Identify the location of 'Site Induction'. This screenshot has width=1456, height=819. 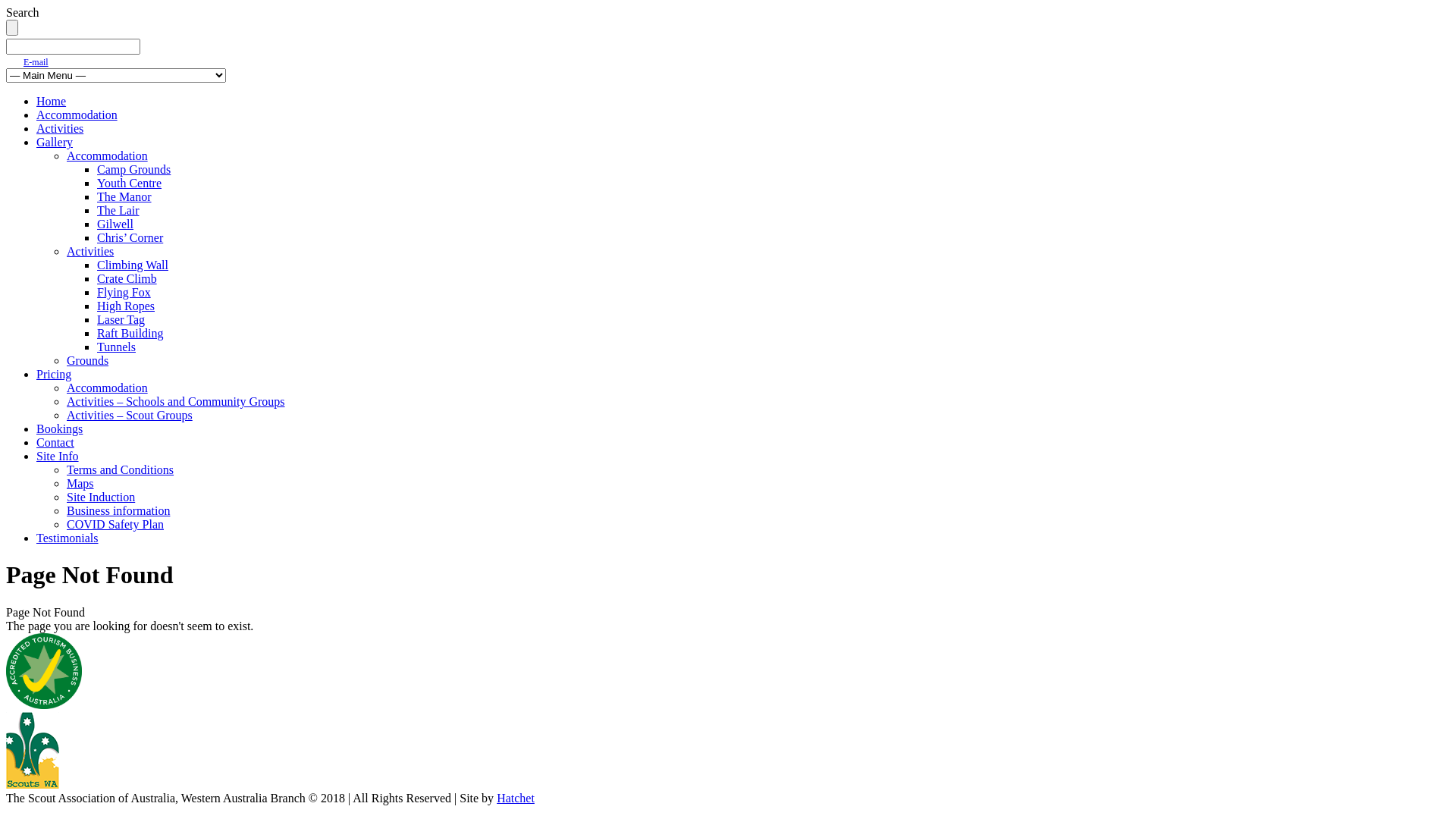
(100, 497).